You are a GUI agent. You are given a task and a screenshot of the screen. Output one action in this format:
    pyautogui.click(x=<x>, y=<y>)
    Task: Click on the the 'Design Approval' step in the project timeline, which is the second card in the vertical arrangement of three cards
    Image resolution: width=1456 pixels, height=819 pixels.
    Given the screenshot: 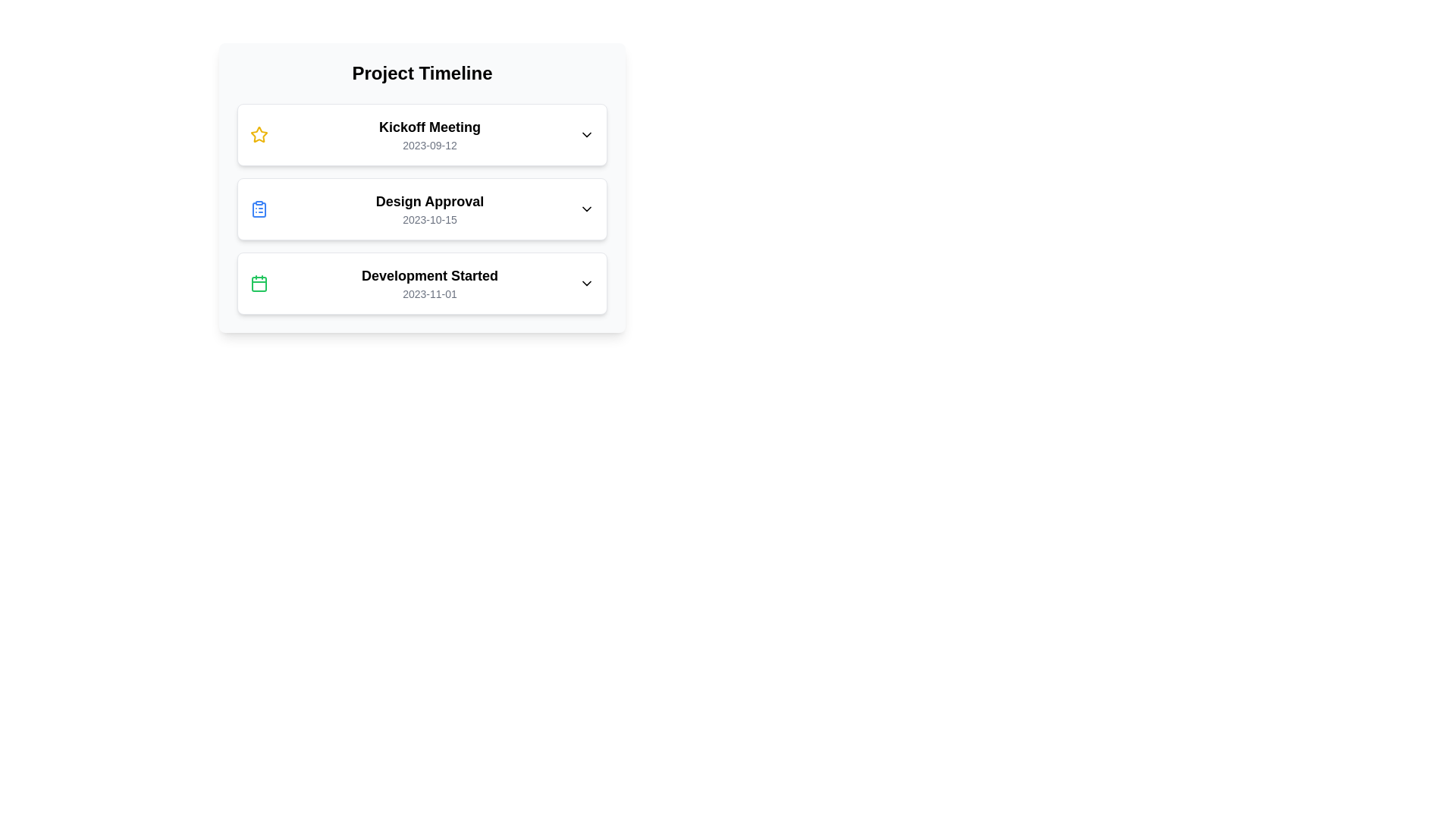 What is the action you would take?
    pyautogui.click(x=422, y=209)
    